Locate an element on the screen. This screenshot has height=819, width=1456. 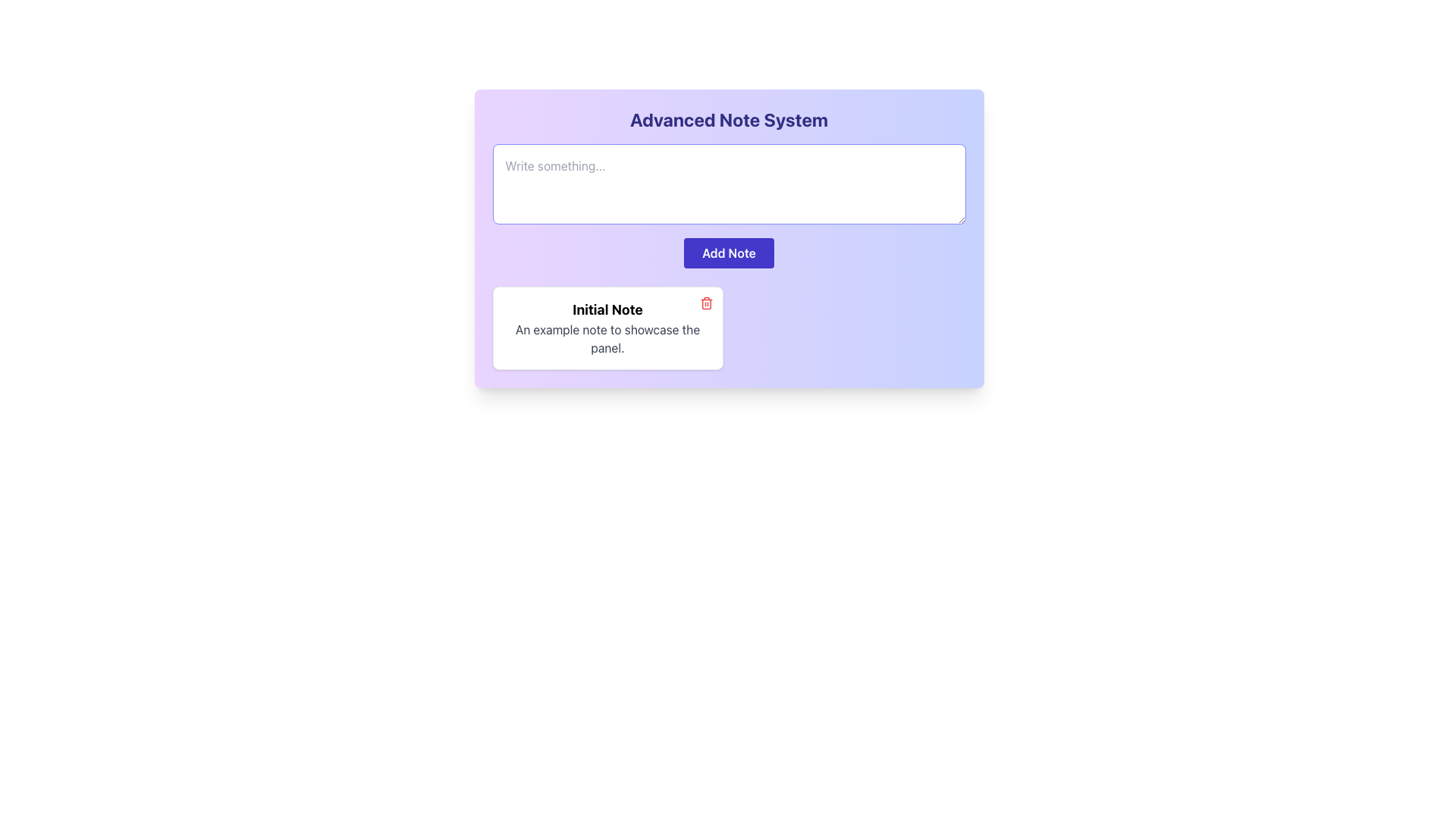
the trash can icon button located at the top-right corner of the 'Initial Note' panel to observe the color change effect is located at coordinates (705, 303).